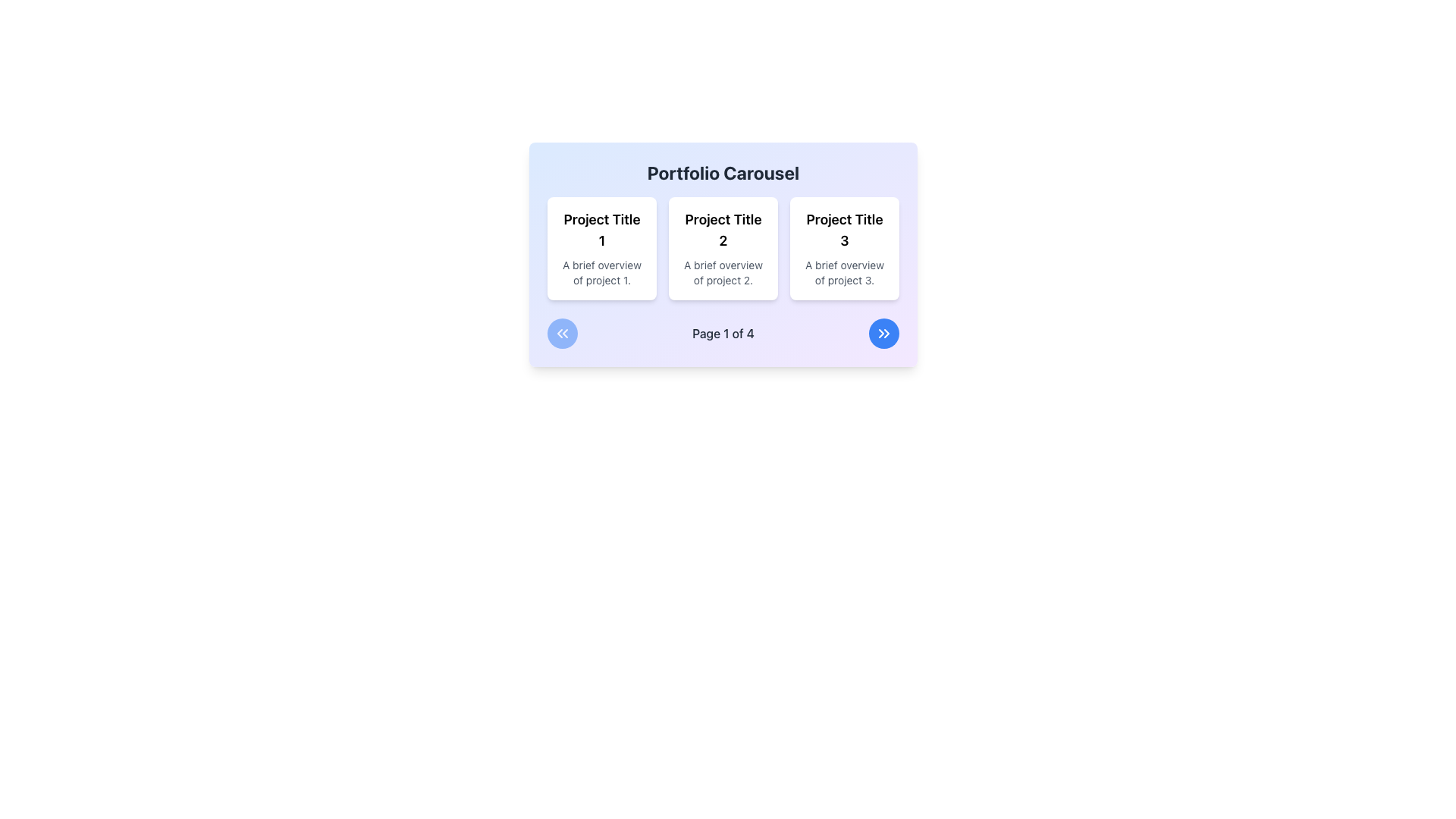  Describe the element at coordinates (723, 231) in the screenshot. I see `the static text component that serves as the title for the project card, located at the top section of the card in the center column` at that location.